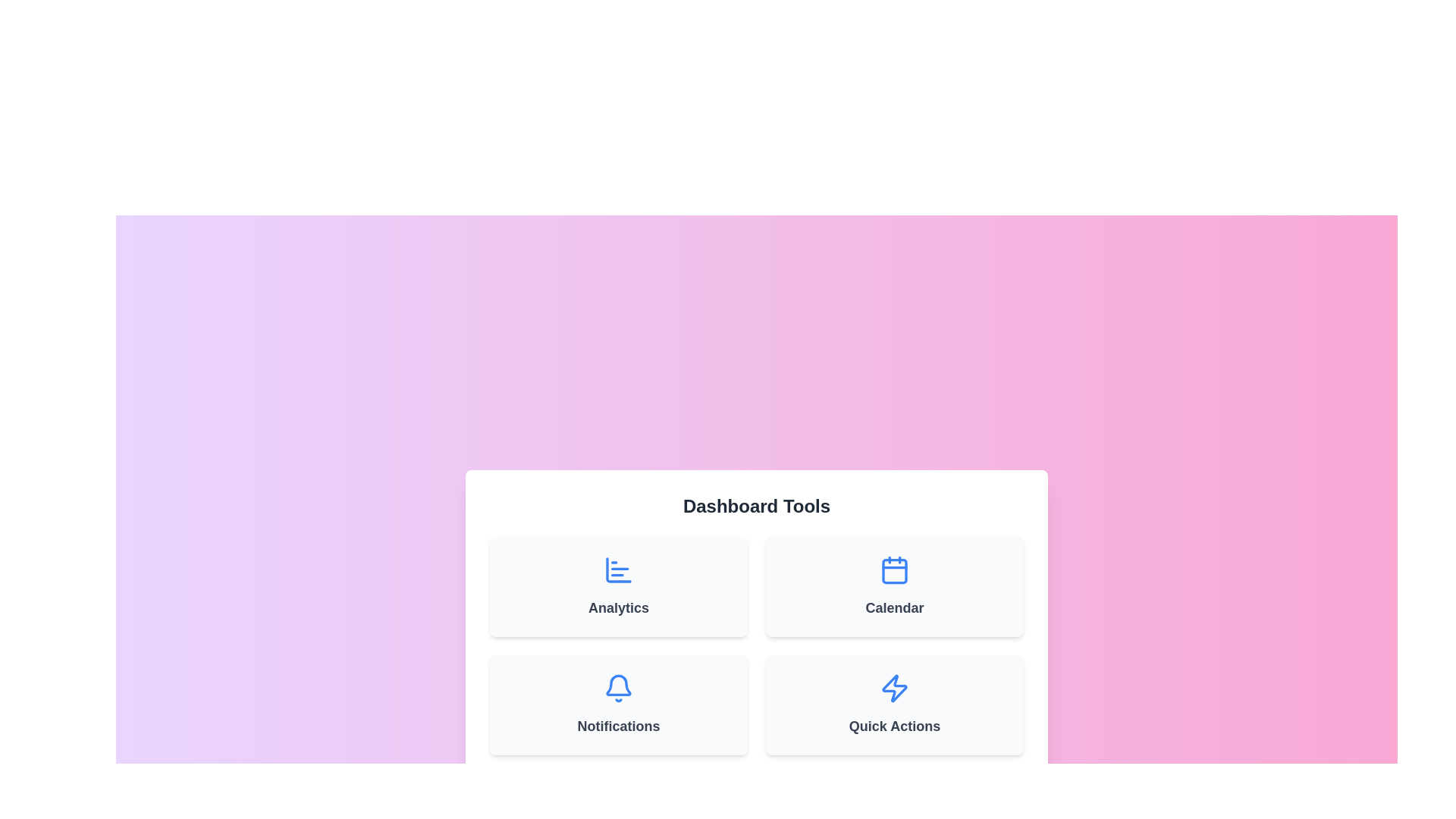 The height and width of the screenshot is (819, 1456). I want to click on the blue lightning bolt icon within the 'Quick Actions' button, so click(895, 688).